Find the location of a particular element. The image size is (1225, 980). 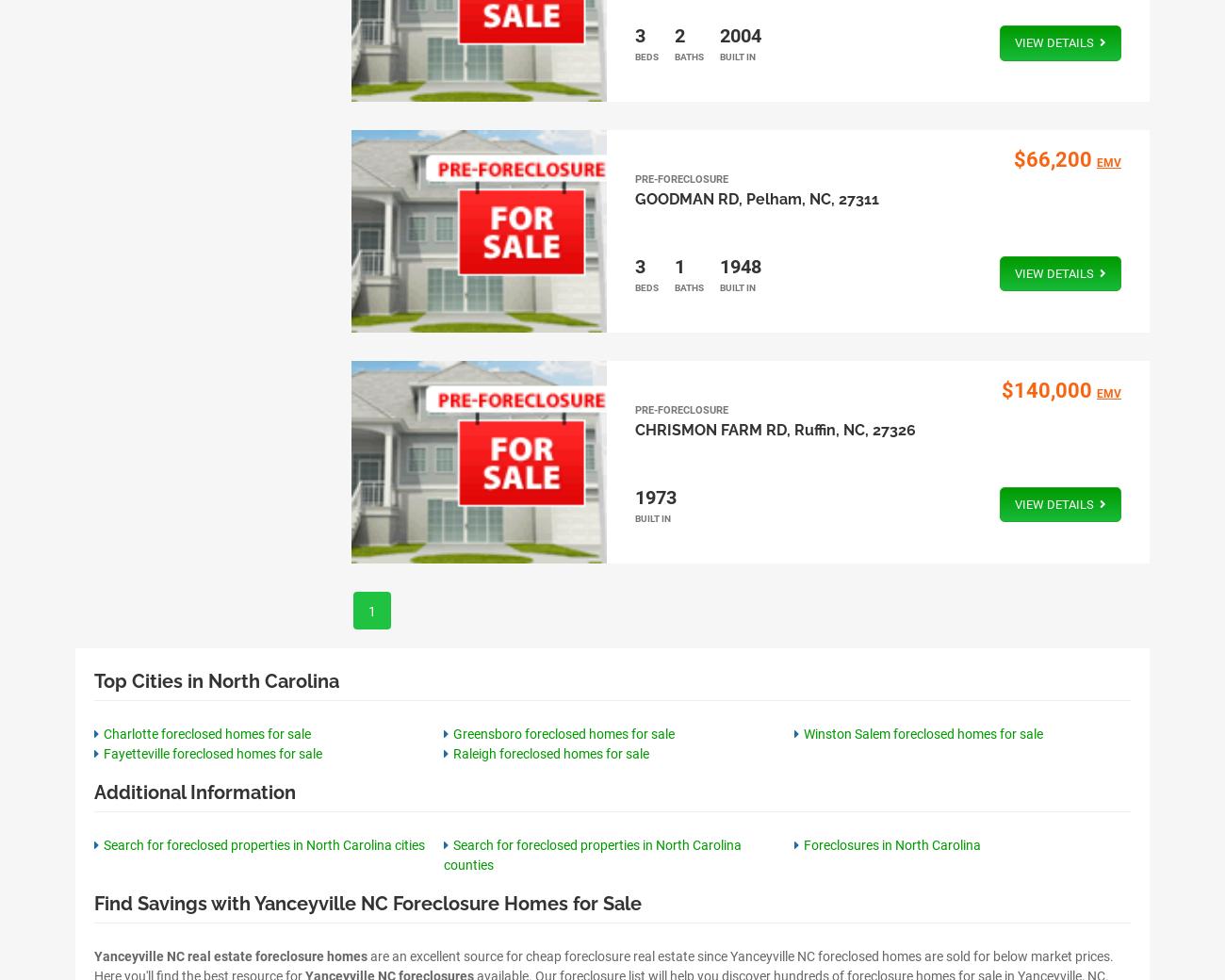

'Foreclosures in North Carolina' is located at coordinates (891, 842).